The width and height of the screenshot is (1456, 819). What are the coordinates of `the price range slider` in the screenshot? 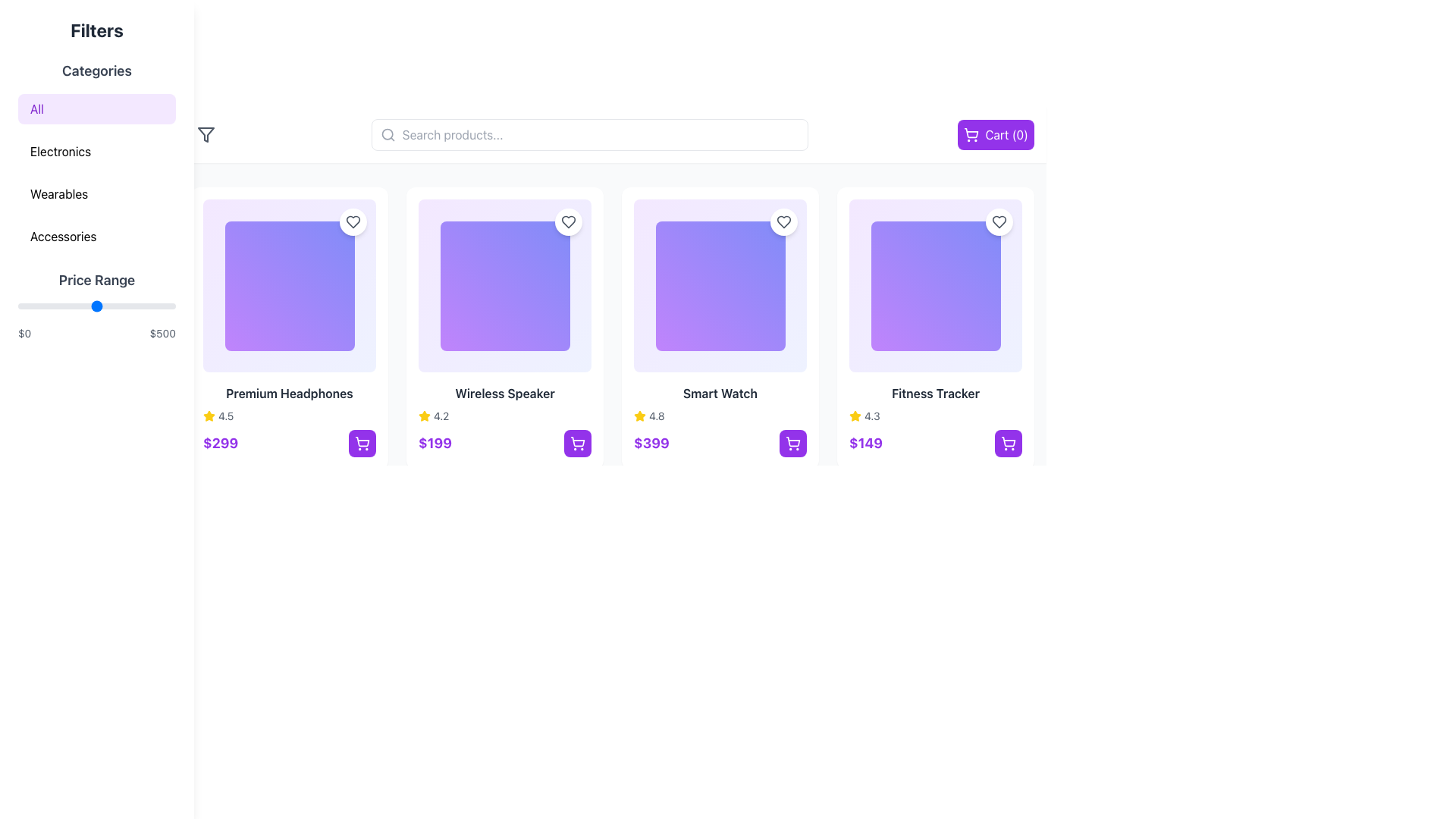 It's located at (55, 306).